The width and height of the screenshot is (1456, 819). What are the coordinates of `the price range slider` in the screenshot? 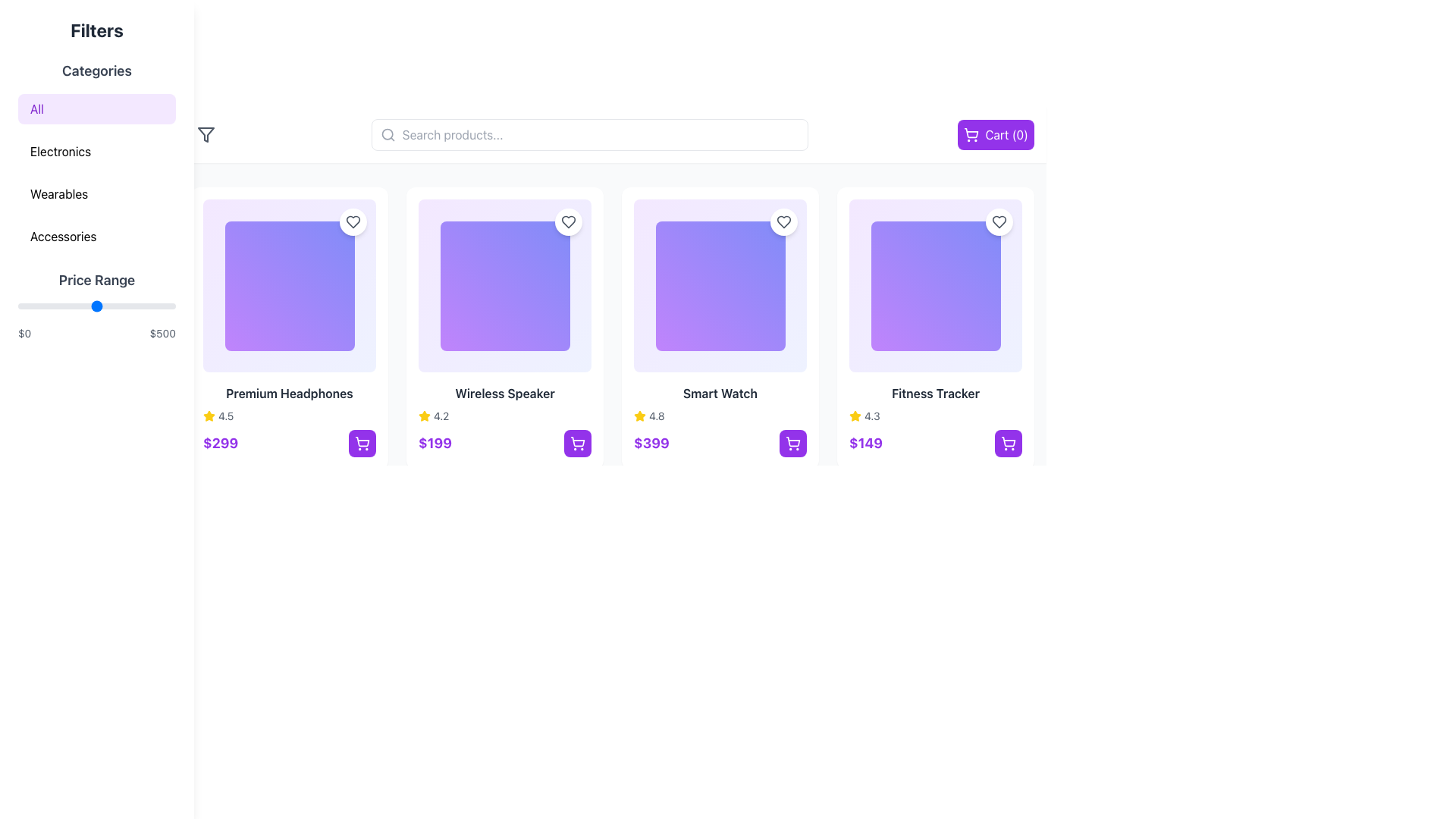 It's located at (55, 306).